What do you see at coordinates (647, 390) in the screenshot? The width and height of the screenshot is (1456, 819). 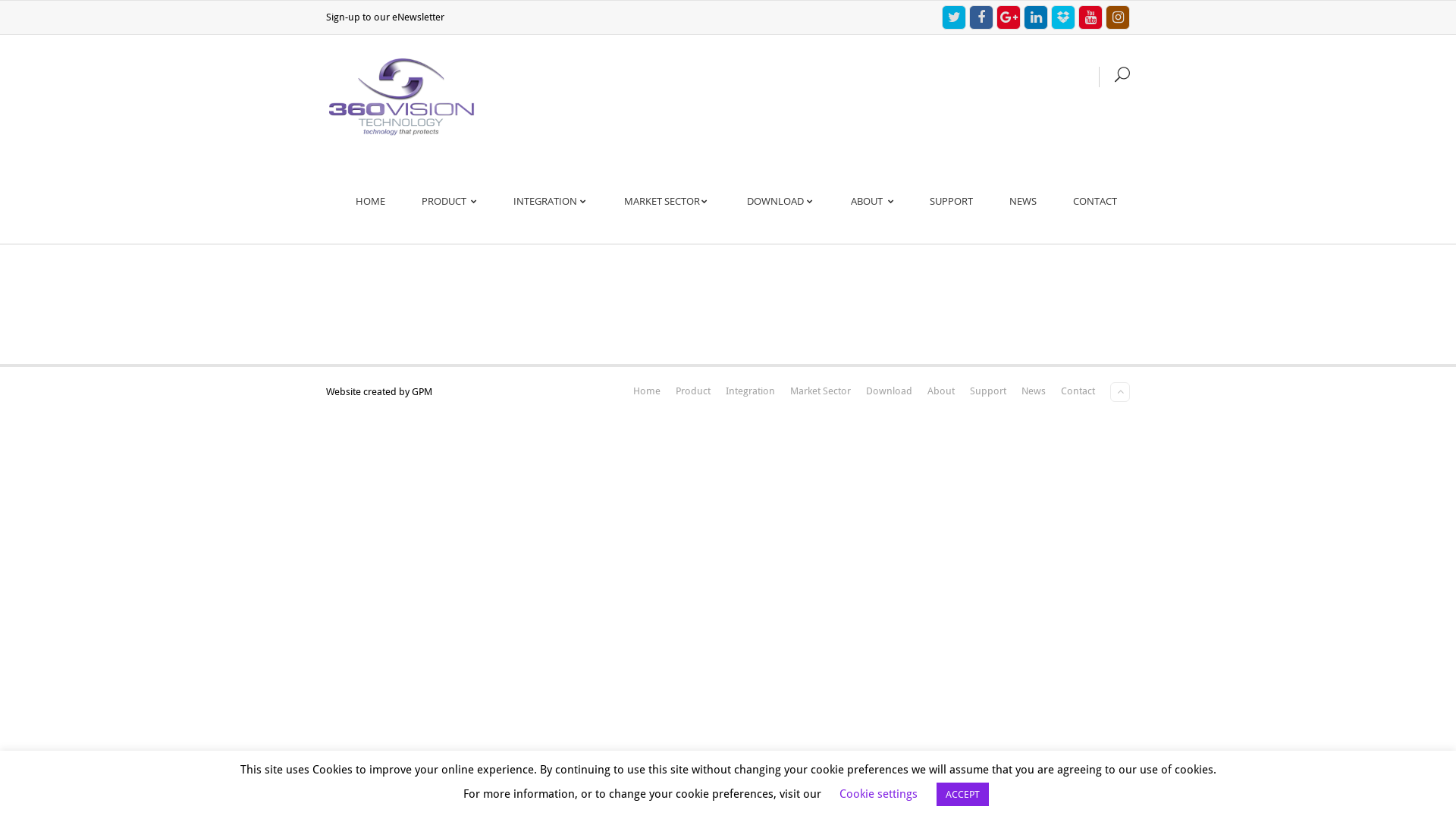 I see `'Home'` at bounding box center [647, 390].